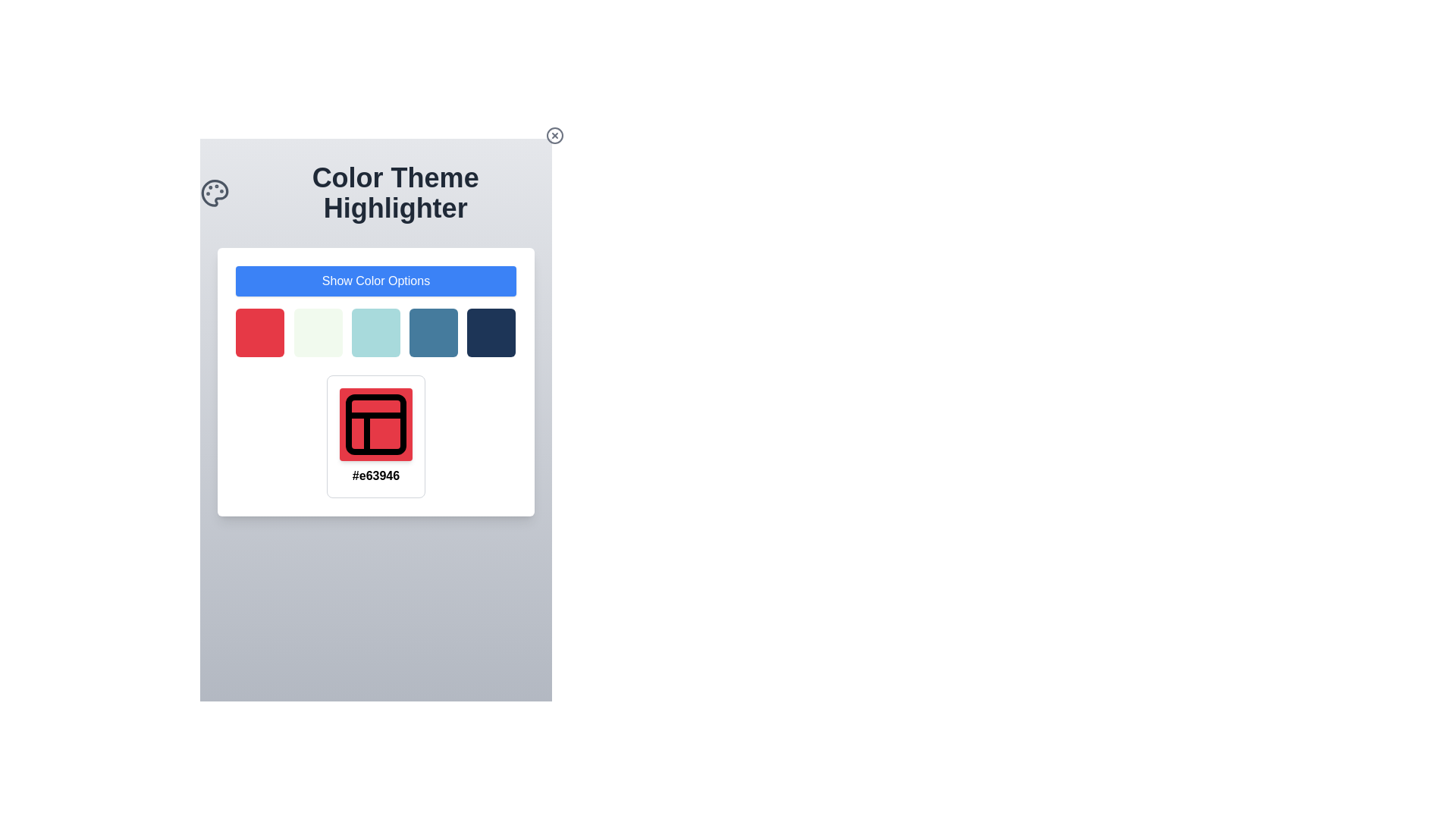 The width and height of the screenshot is (1456, 819). Describe the element at coordinates (214, 192) in the screenshot. I see `the Decorative Icon, which is the main shape within the palette icon located in the top left corner of the interface's header section` at that location.